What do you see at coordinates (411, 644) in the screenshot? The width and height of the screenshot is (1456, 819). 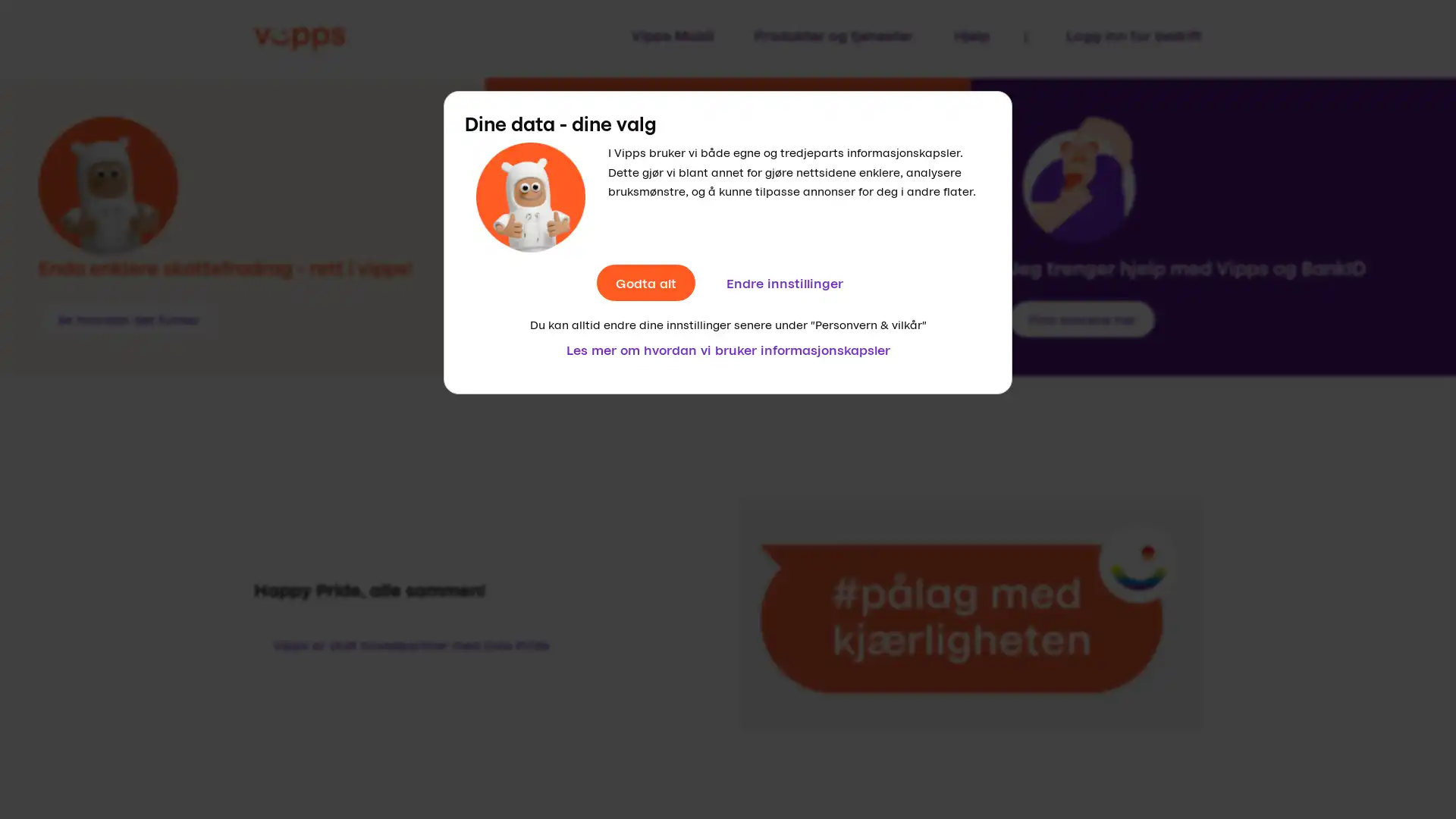 I see `Vipps er stolt hovedpartner med Oslo Pride` at bounding box center [411, 644].